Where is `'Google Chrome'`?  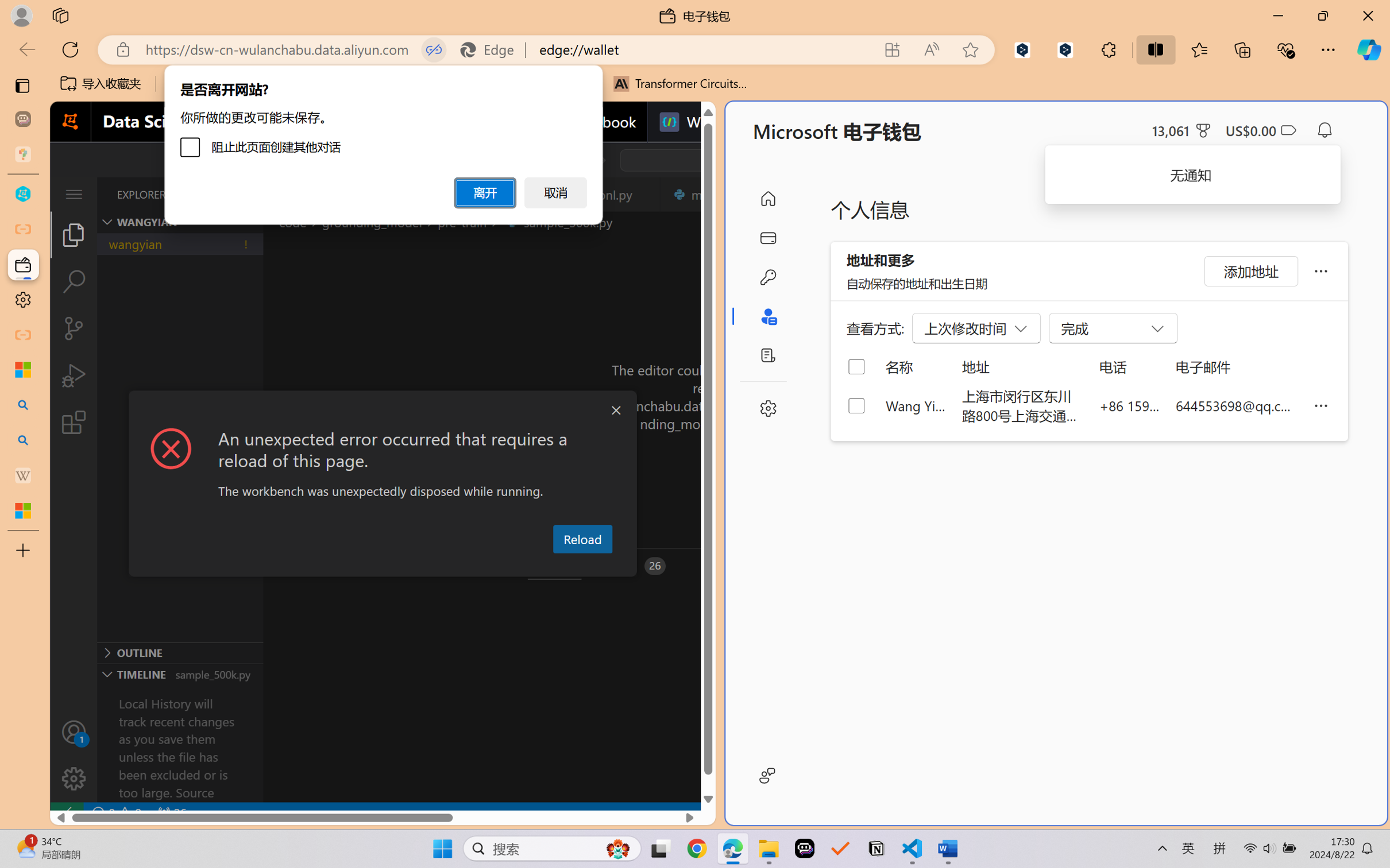
'Google Chrome' is located at coordinates (697, 848).